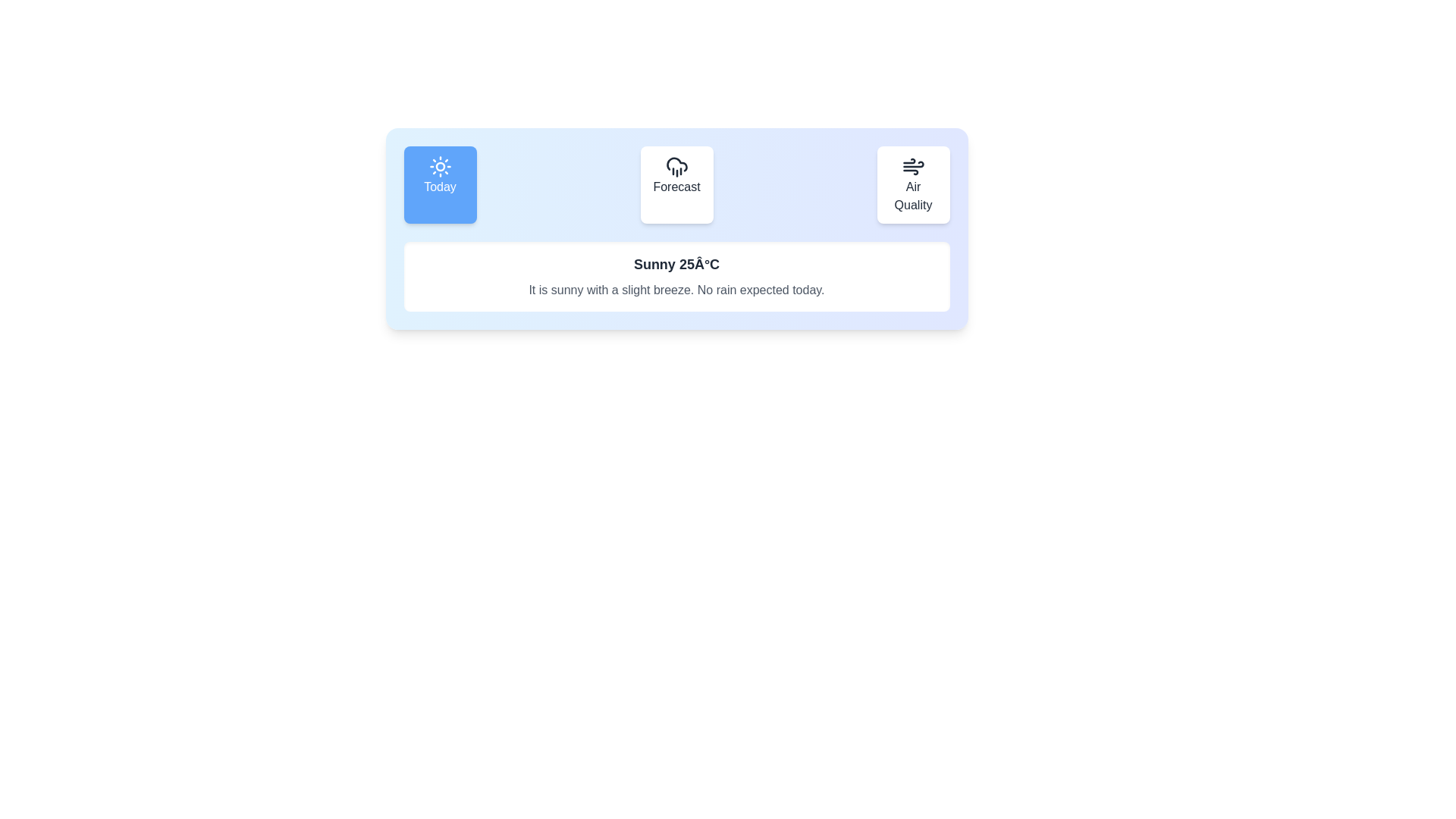  What do you see at coordinates (439, 184) in the screenshot?
I see `the Today tab` at bounding box center [439, 184].